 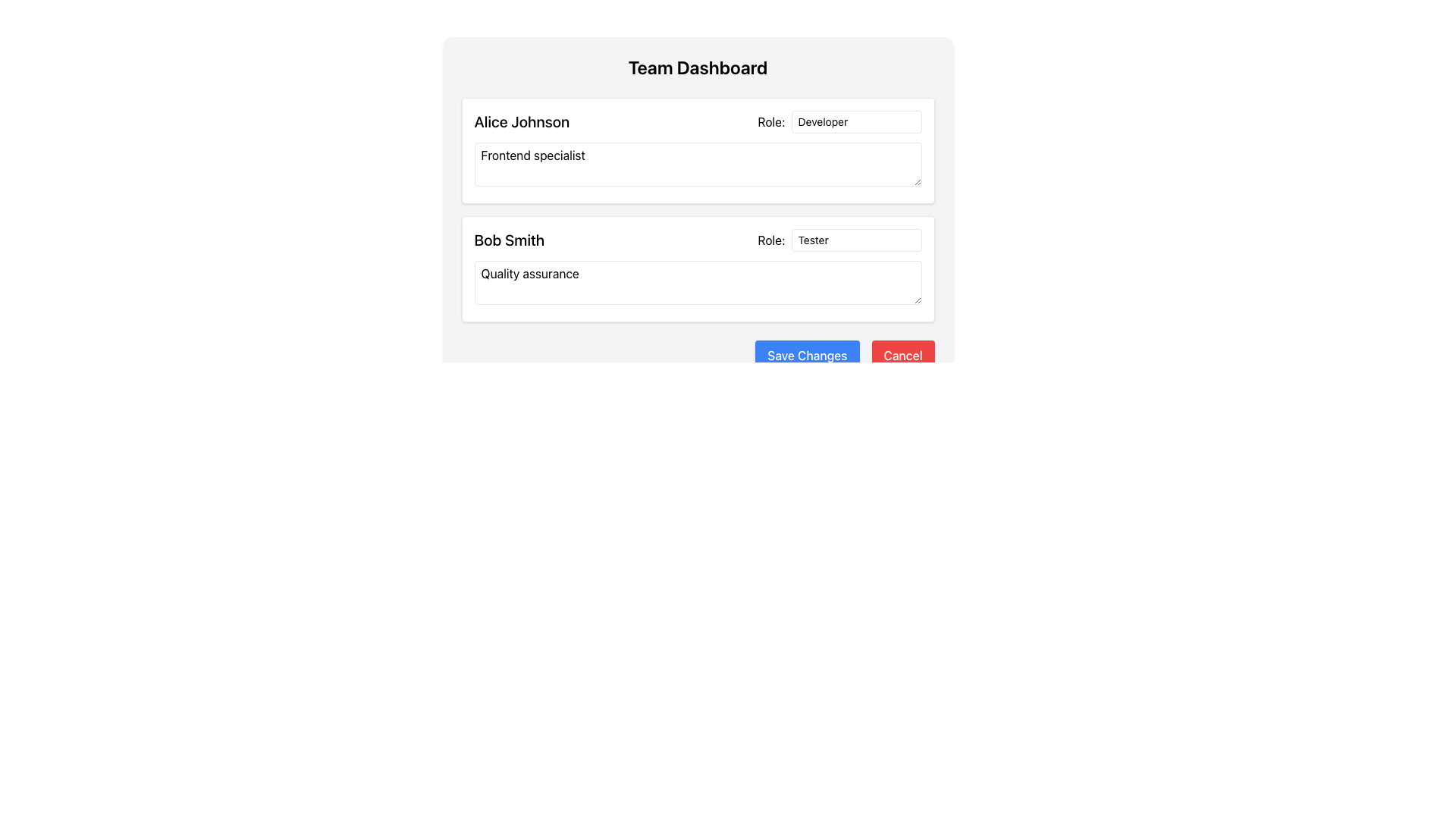 What do you see at coordinates (697, 151) in the screenshot?
I see `the Profile Card for 'Alice Johnson', which has a white background and shadow effect` at bounding box center [697, 151].